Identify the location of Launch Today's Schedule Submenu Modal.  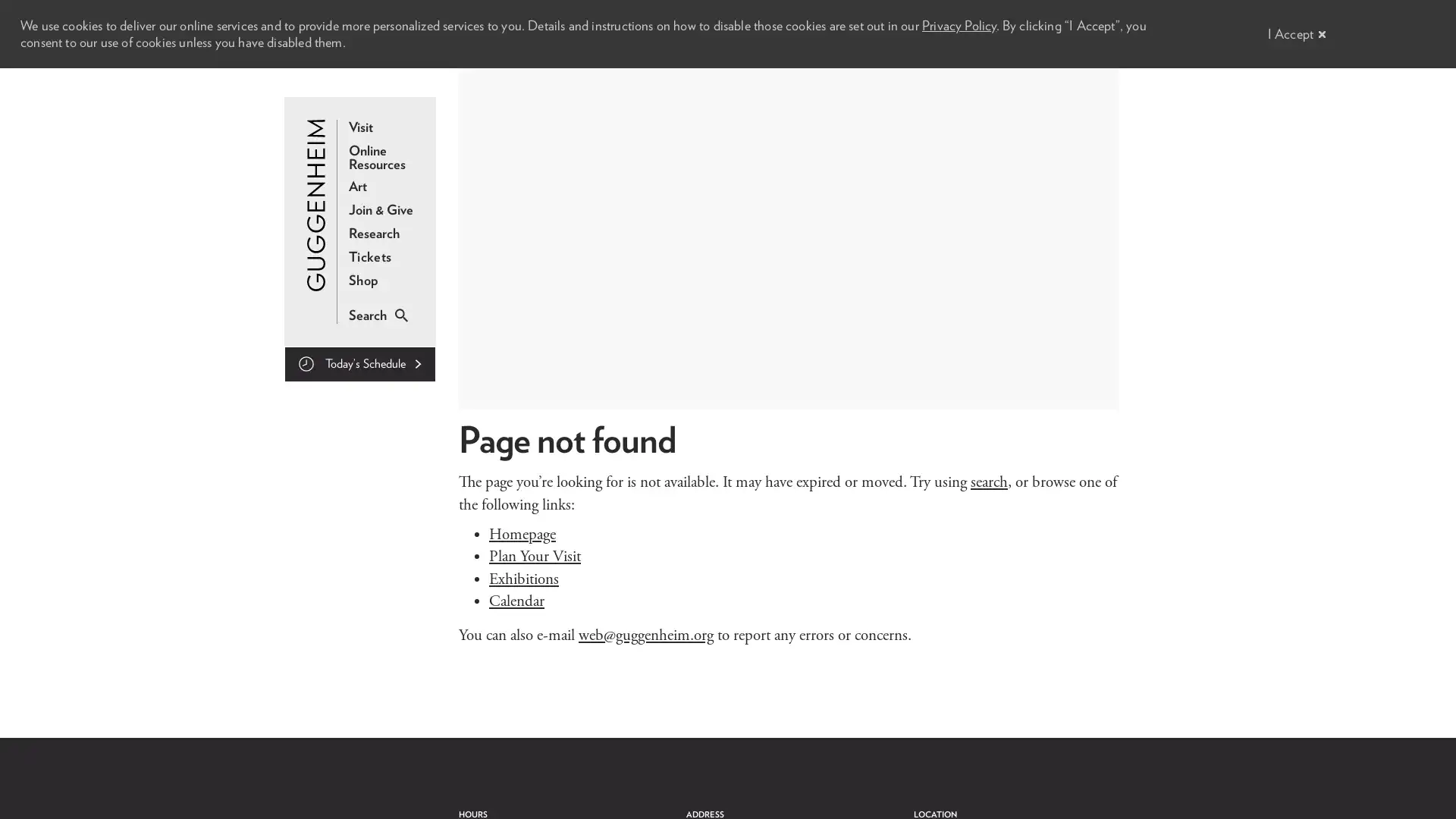
(359, 364).